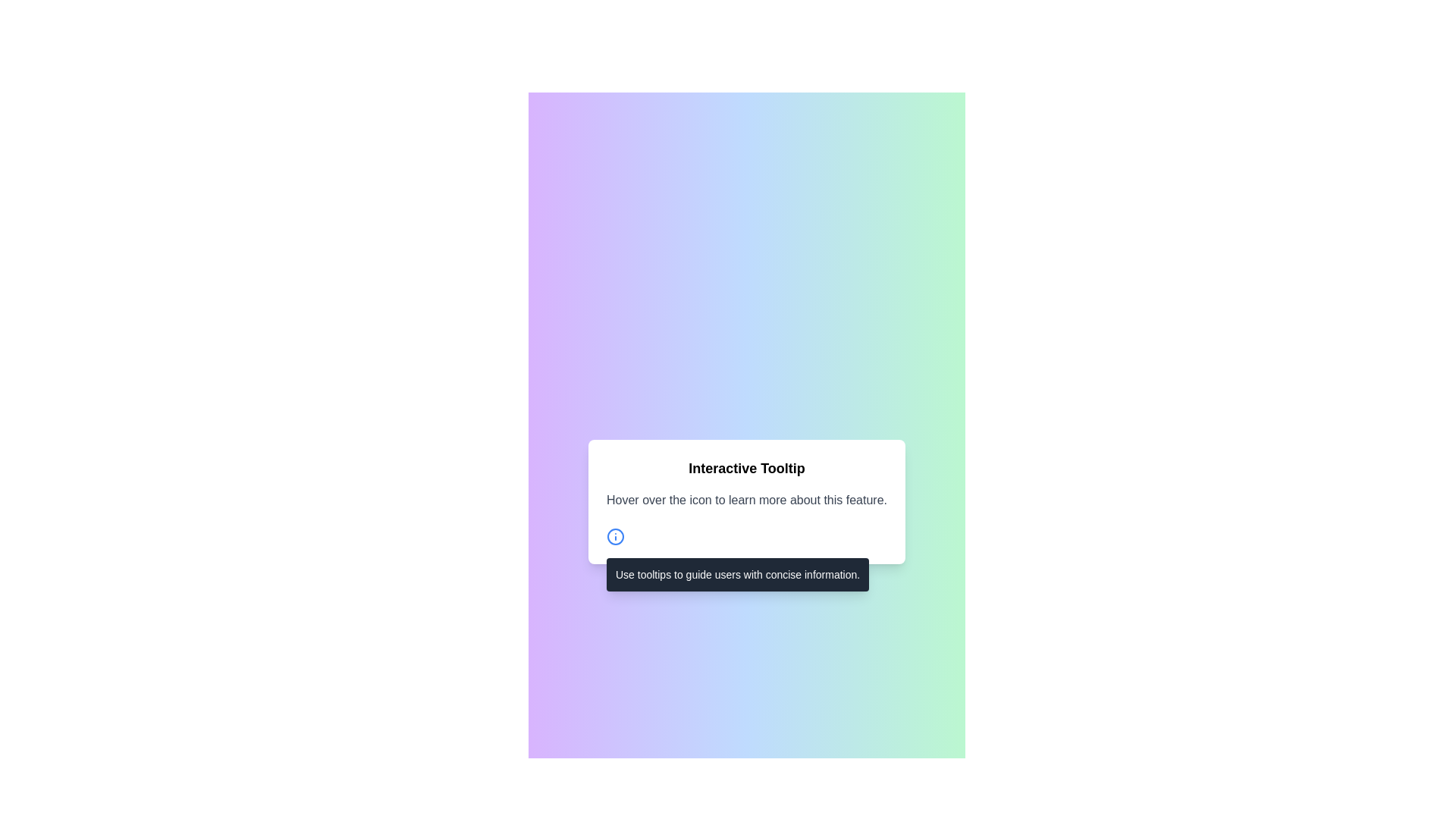 The width and height of the screenshot is (1456, 819). I want to click on the informational icon located centrally within the white card component, positioned above a tooltip and to the left of the main instructional content, so click(615, 536).